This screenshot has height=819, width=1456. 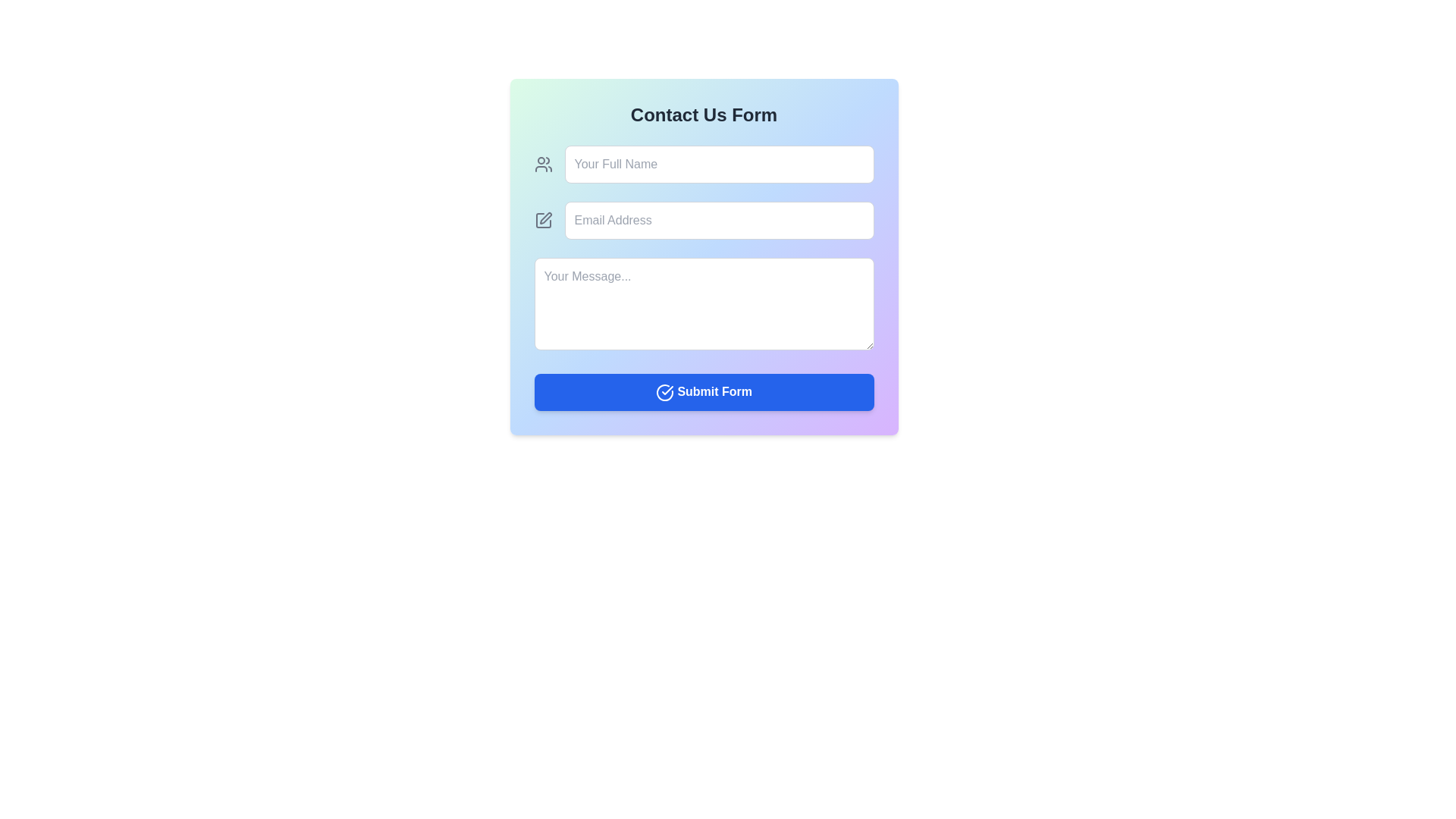 What do you see at coordinates (543, 220) in the screenshot?
I see `the editing or writing icon located to the left of the 'Email Address' input field` at bounding box center [543, 220].